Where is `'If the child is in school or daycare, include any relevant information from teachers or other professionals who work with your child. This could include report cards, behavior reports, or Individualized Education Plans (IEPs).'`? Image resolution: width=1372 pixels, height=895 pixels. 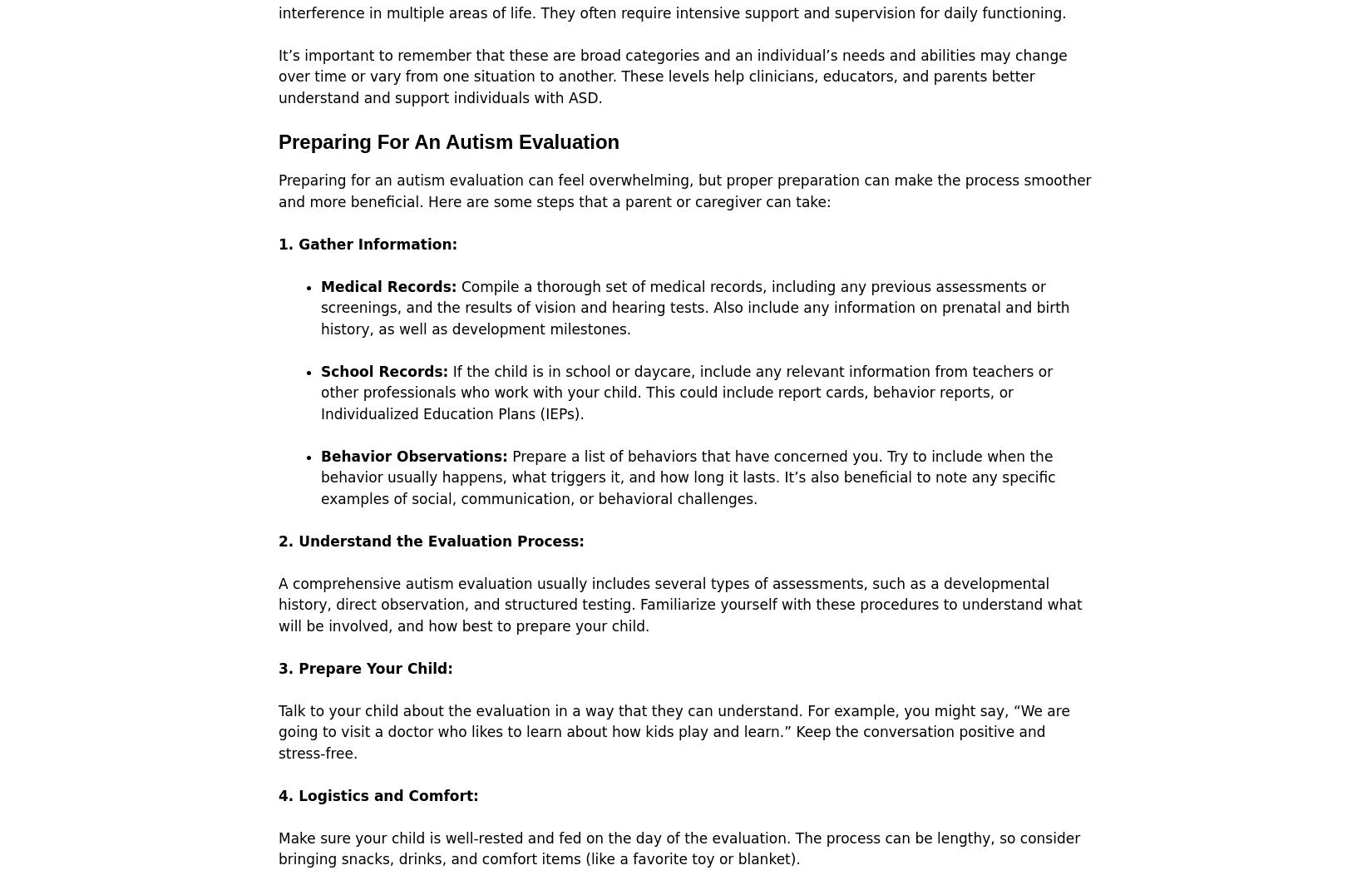 'If the child is in school or daycare, include any relevant information from teachers or other professionals who work with your child. This could include report cards, behavior reports, or Individualized Education Plans (IEPs).' is located at coordinates (686, 391).